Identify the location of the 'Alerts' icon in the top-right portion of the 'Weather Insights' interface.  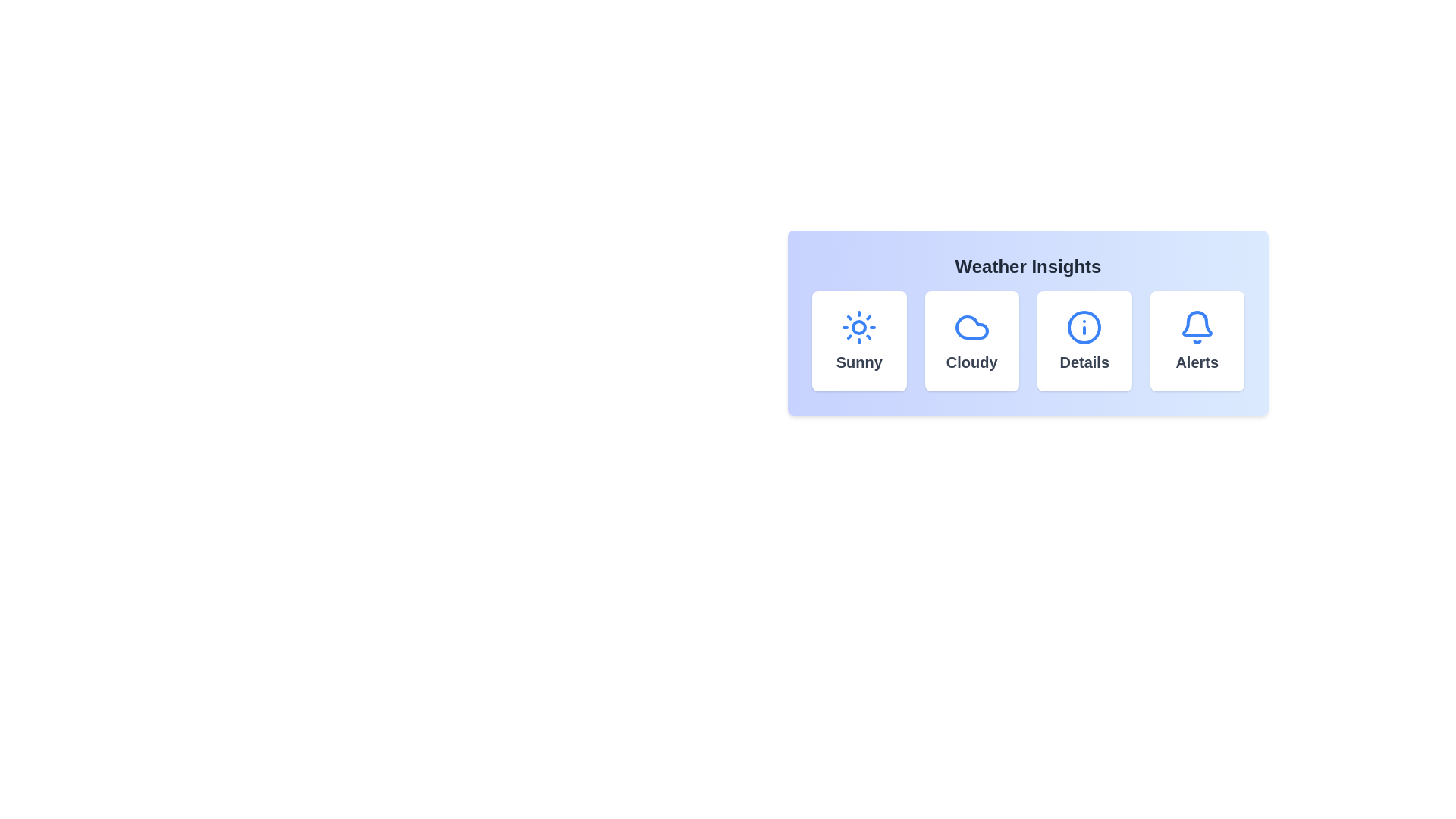
(1196, 323).